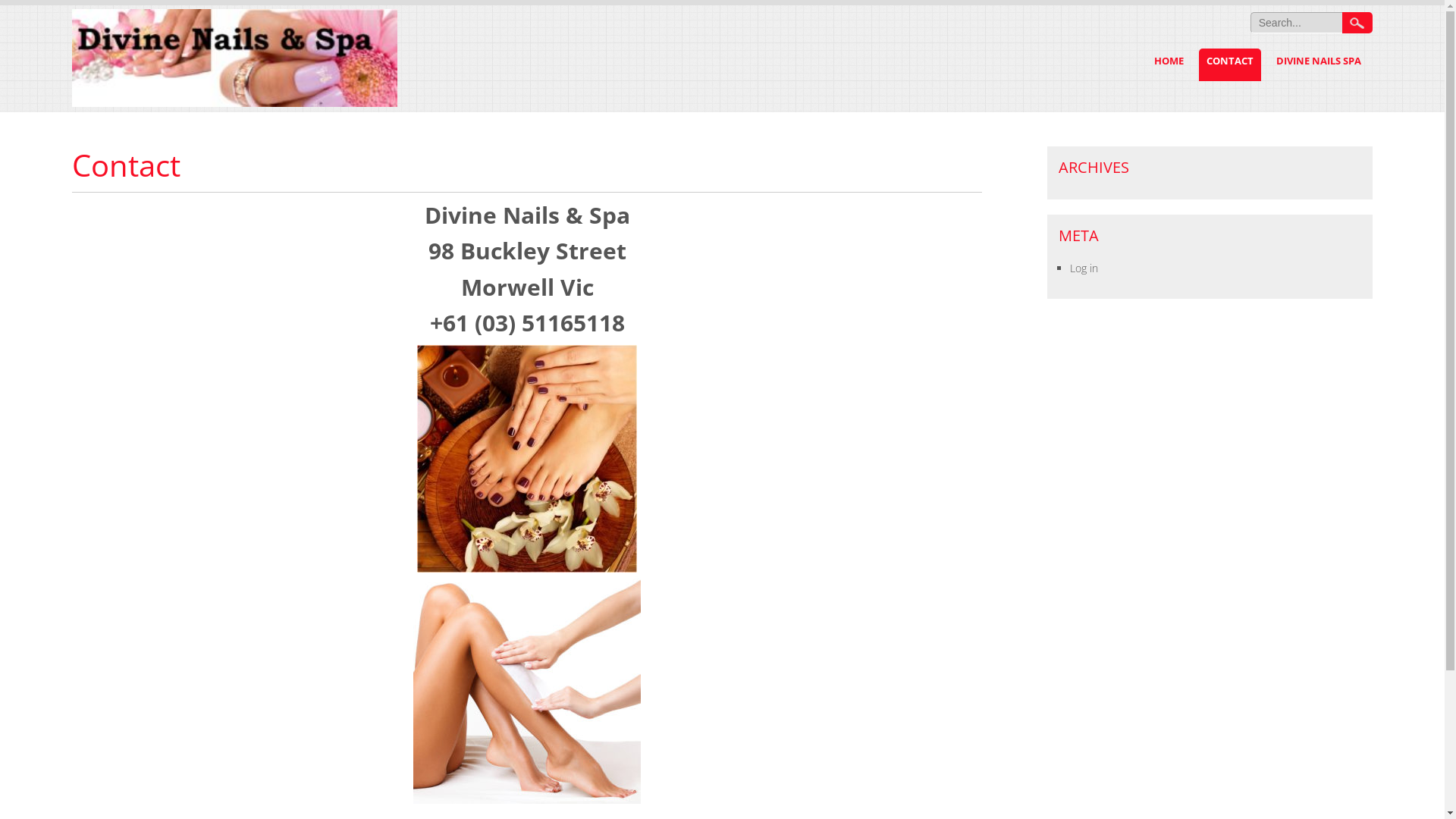 The width and height of the screenshot is (1456, 819). What do you see at coordinates (1147, 64) in the screenshot?
I see `'HOME'` at bounding box center [1147, 64].